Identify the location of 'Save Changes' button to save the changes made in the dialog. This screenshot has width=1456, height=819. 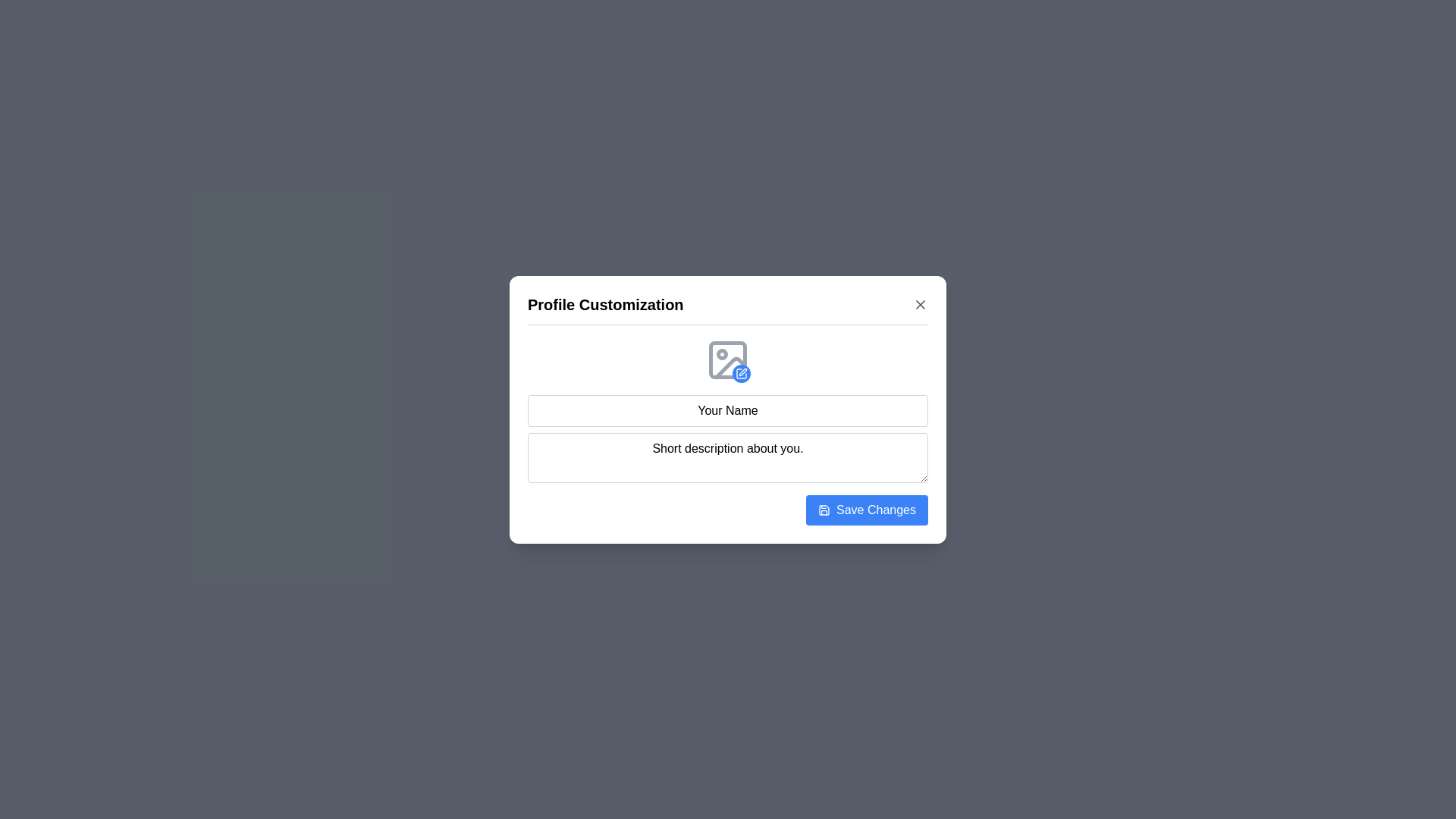
(867, 510).